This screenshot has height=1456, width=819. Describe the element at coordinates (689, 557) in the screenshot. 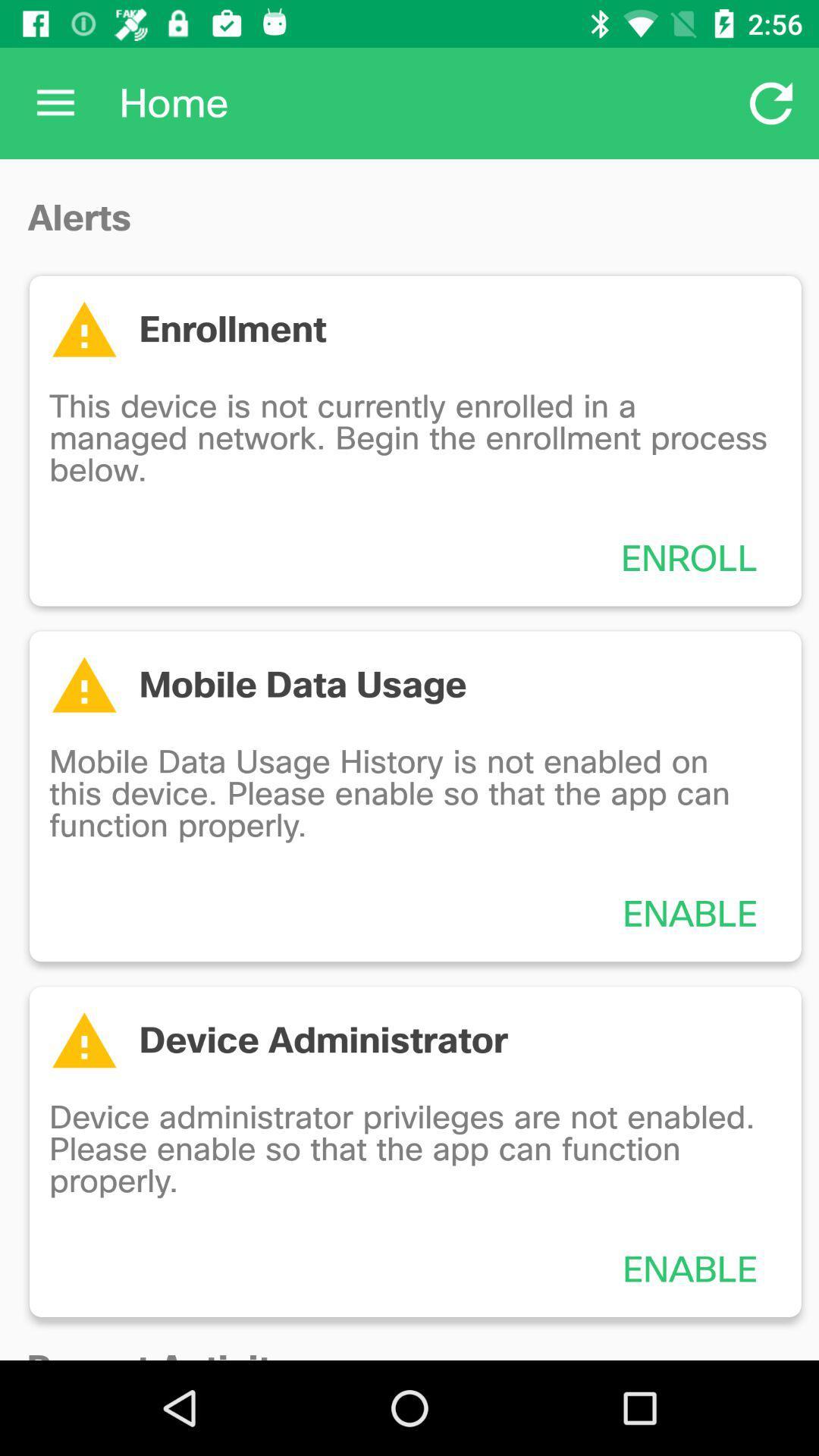

I see `item above mobile data usage item` at that location.